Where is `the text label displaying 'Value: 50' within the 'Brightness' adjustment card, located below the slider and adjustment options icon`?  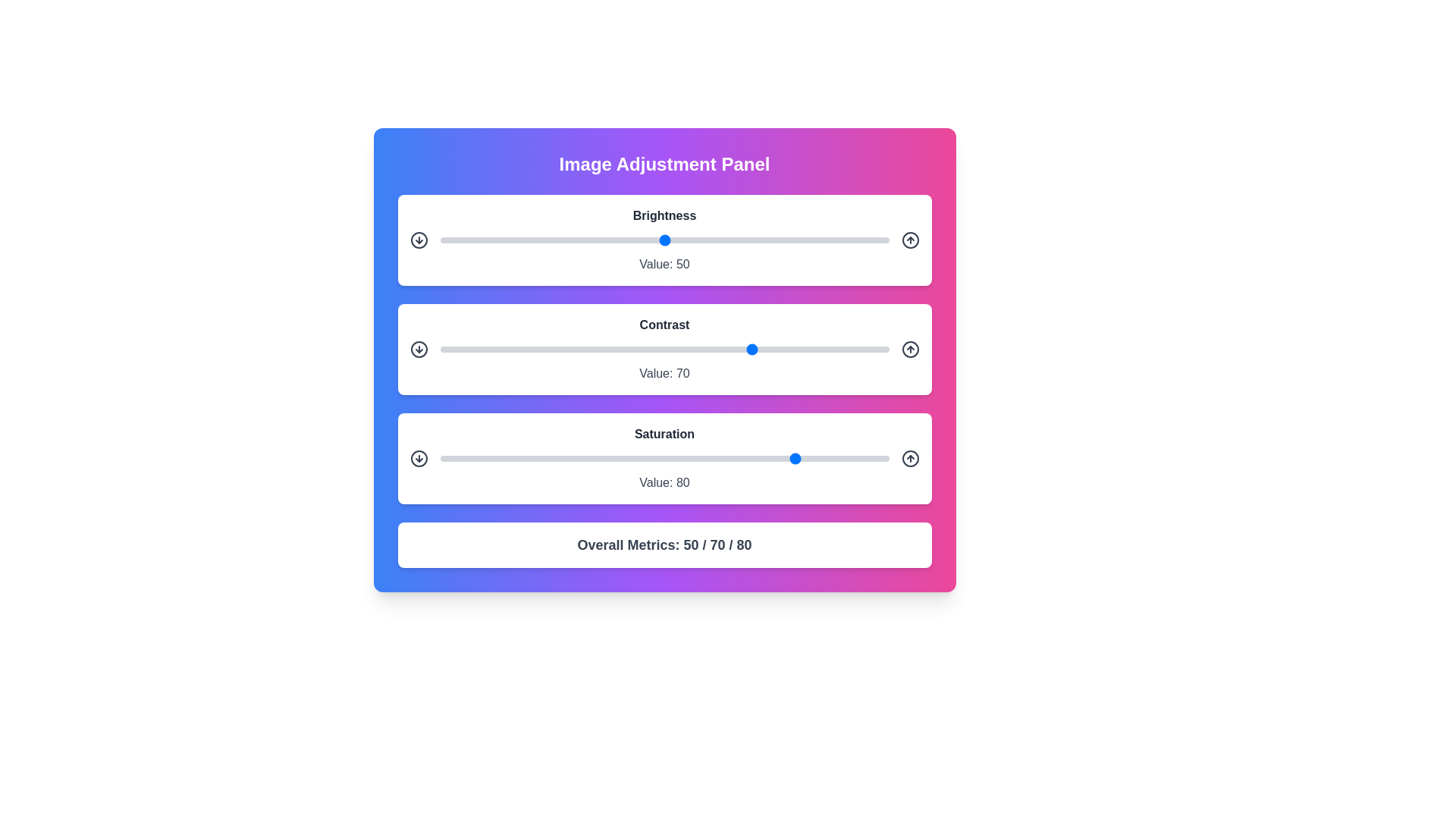
the text label displaying 'Value: 50' within the 'Brightness' adjustment card, located below the slider and adjustment options icon is located at coordinates (664, 263).